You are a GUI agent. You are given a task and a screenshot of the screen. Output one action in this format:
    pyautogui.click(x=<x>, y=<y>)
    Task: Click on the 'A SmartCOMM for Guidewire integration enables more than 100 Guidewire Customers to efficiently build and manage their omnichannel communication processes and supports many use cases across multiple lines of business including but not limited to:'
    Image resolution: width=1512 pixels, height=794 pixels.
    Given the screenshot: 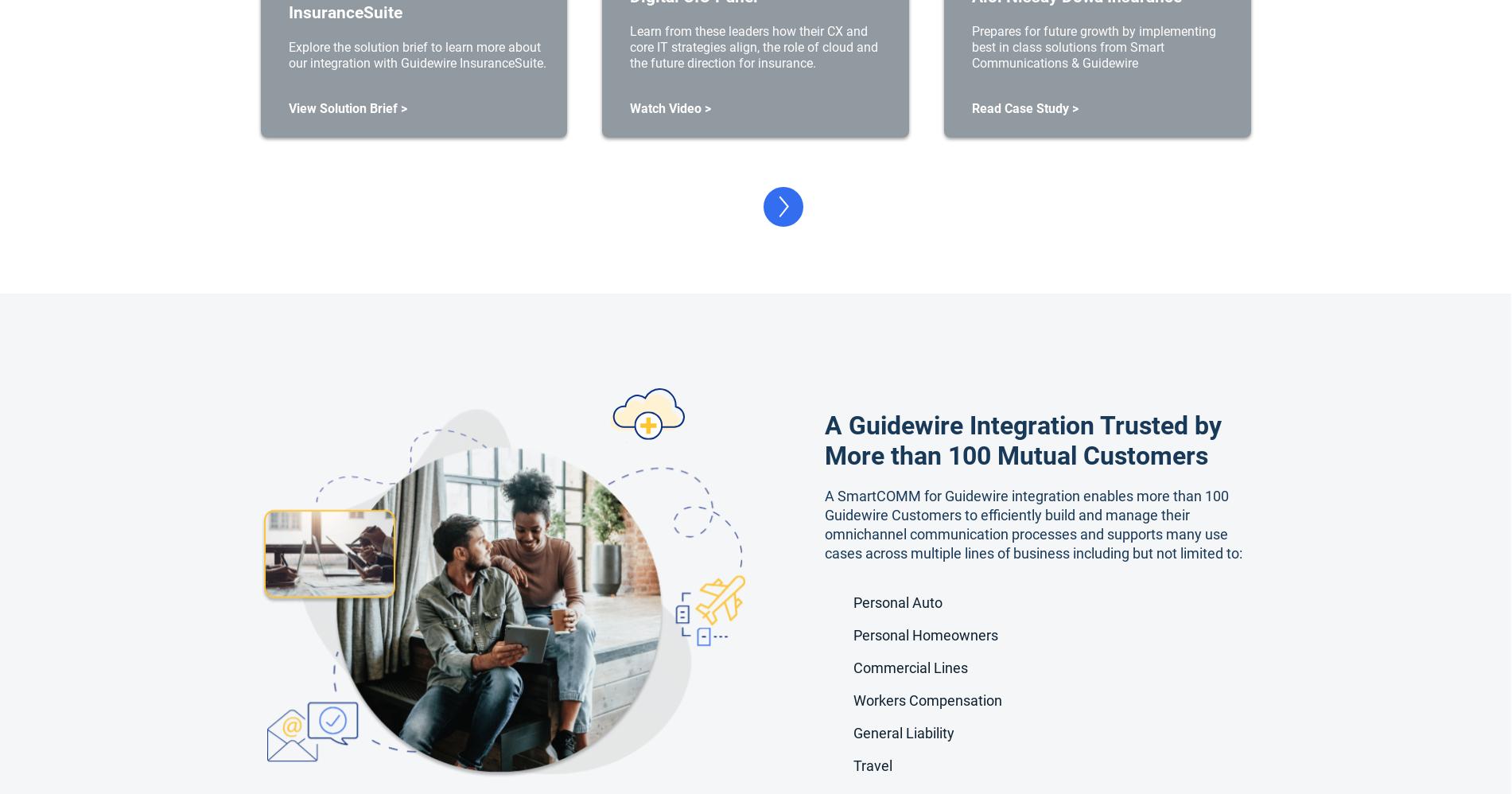 What is the action you would take?
    pyautogui.click(x=1033, y=523)
    